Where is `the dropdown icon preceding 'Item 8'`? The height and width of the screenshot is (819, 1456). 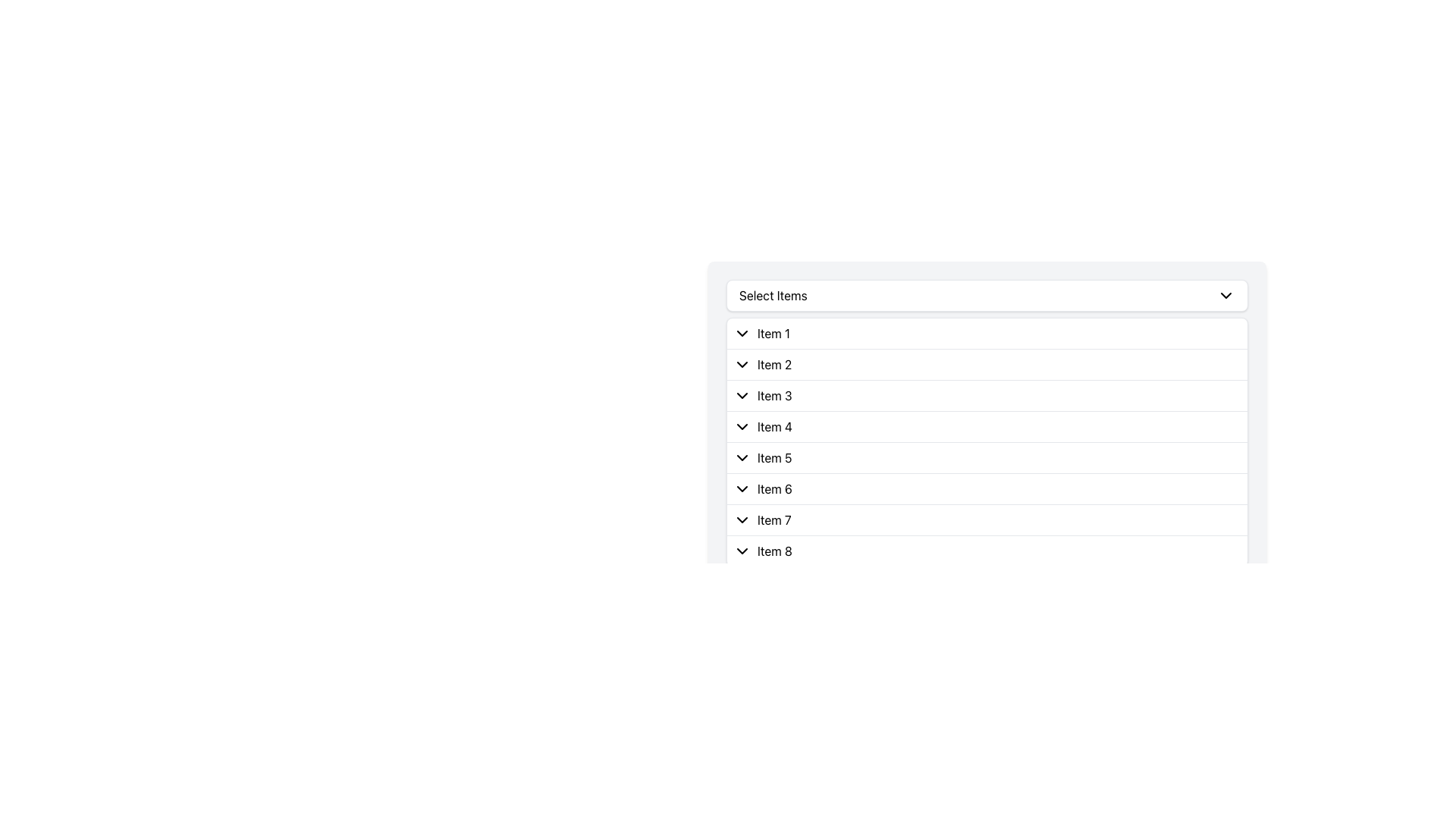 the dropdown icon preceding 'Item 8' is located at coordinates (762, 551).